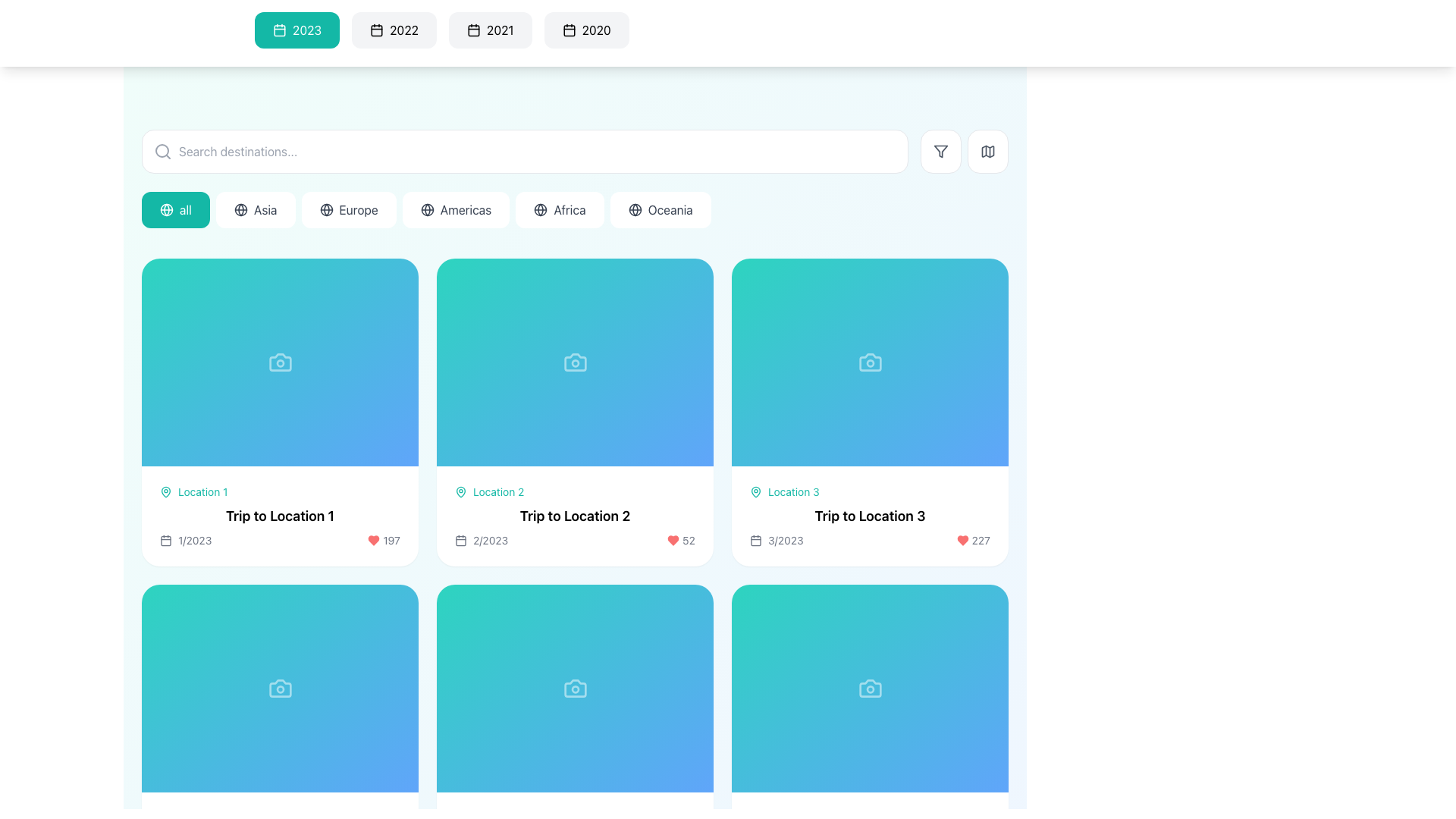 The height and width of the screenshot is (819, 1456). I want to click on a button in the horizontal navigation bar to filter trips by region, located below the search bar and above the grid of trip cards, so click(574, 213).